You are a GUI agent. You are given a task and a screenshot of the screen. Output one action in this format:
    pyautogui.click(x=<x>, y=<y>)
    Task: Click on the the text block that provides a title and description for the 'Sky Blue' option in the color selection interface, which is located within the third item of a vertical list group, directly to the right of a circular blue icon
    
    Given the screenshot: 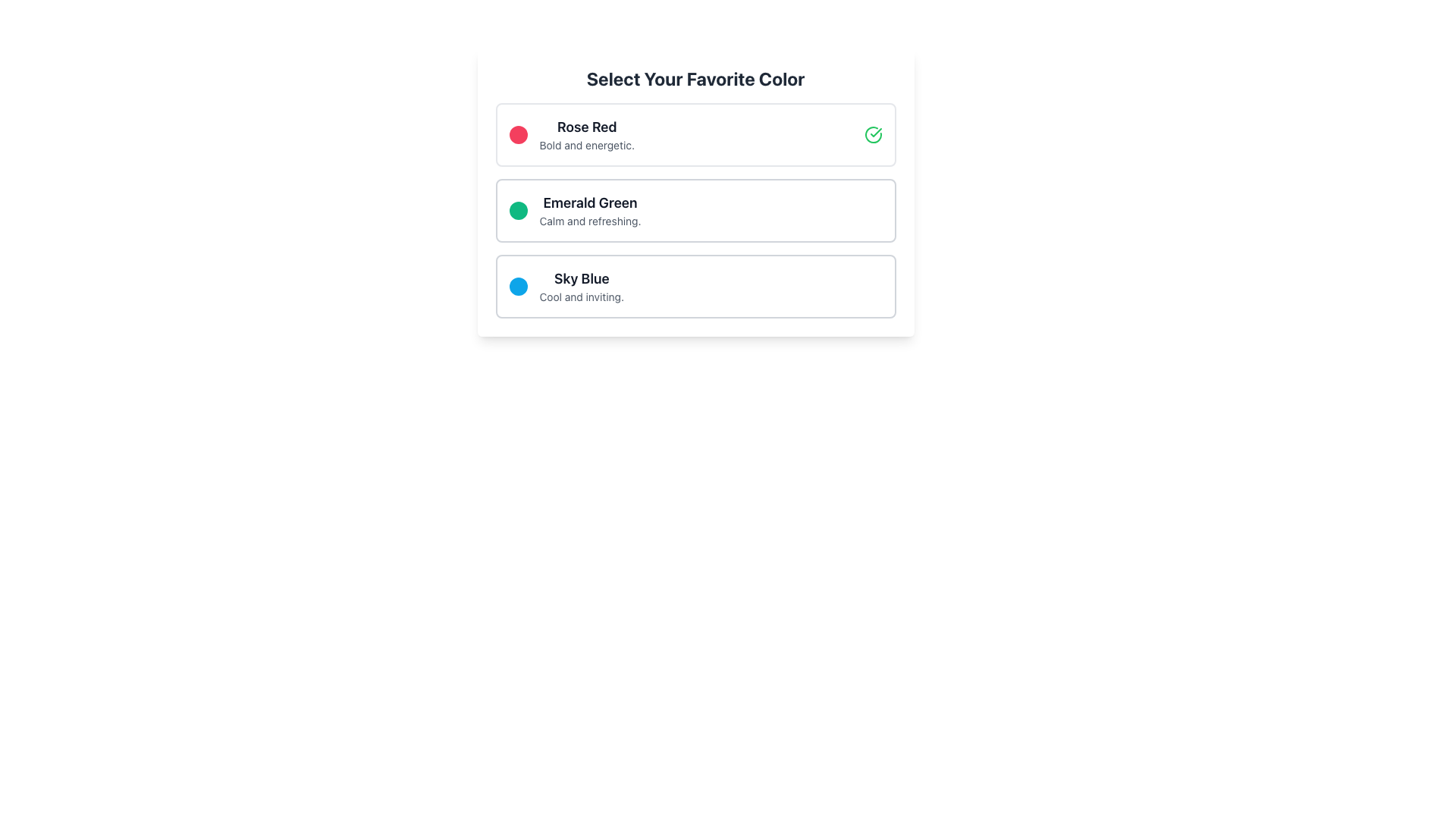 What is the action you would take?
    pyautogui.click(x=581, y=287)
    